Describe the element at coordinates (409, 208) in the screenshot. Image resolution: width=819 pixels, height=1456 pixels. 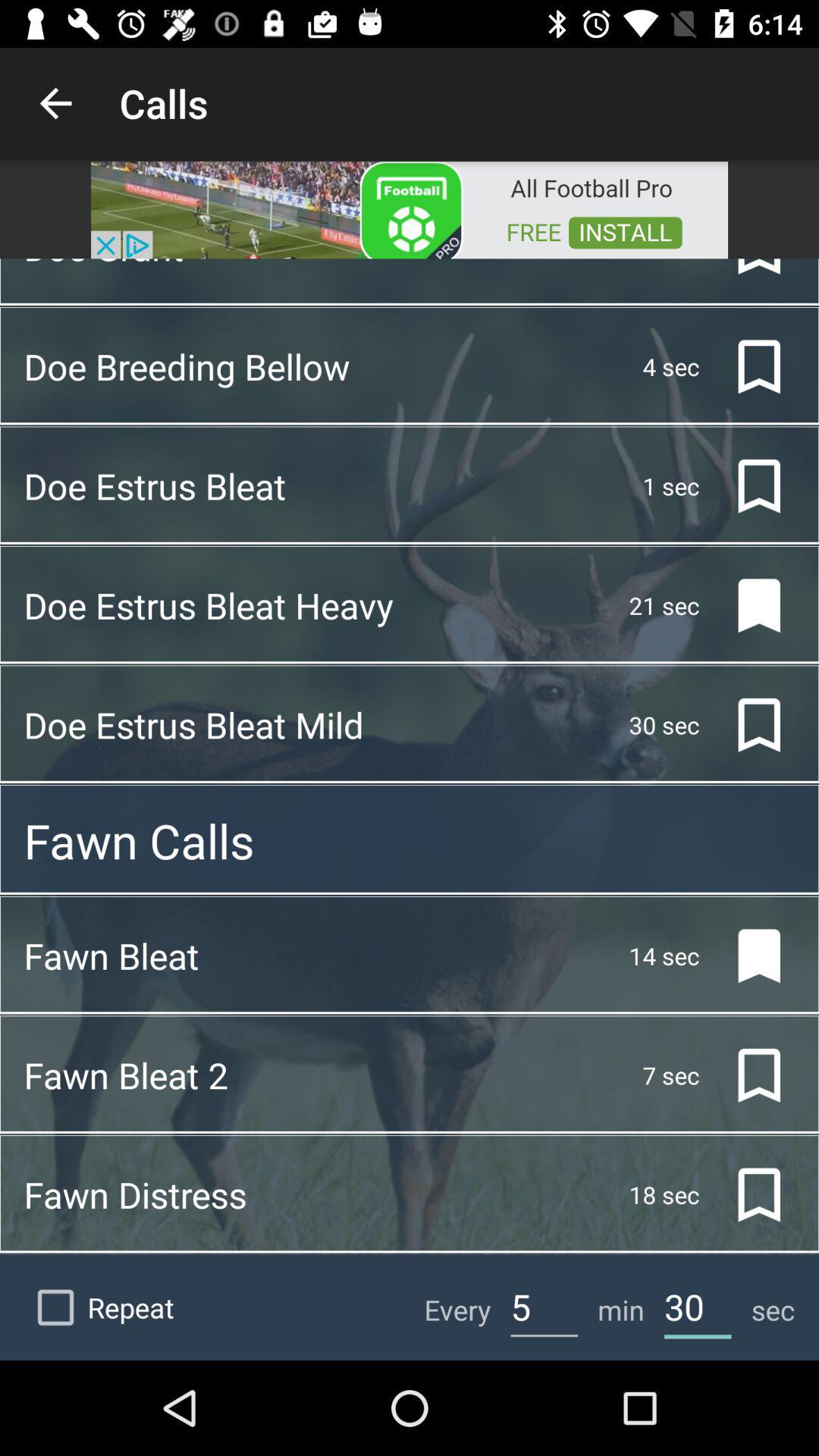
I see `links to external advertisement` at that location.